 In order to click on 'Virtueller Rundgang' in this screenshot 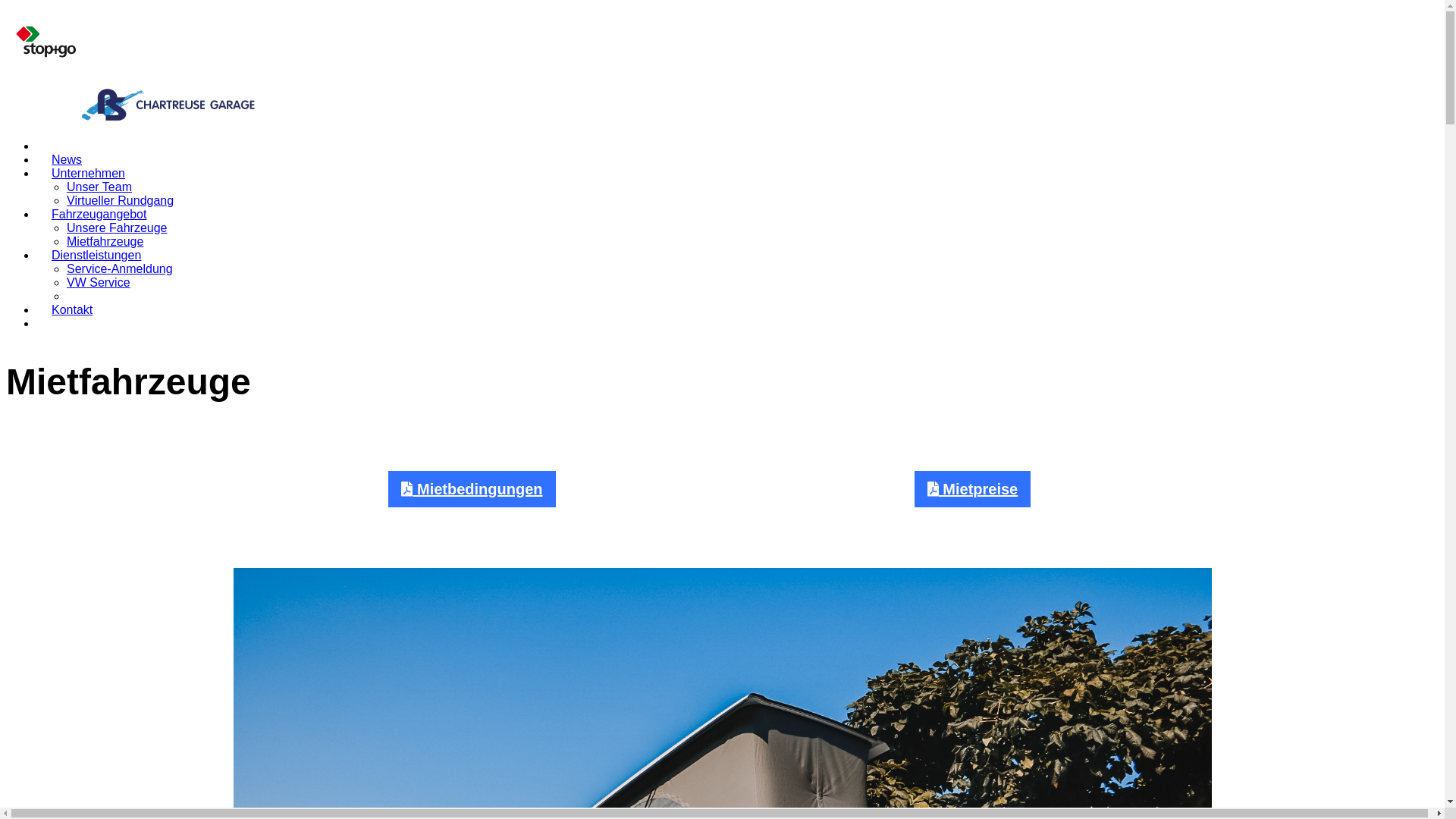, I will do `click(119, 199)`.